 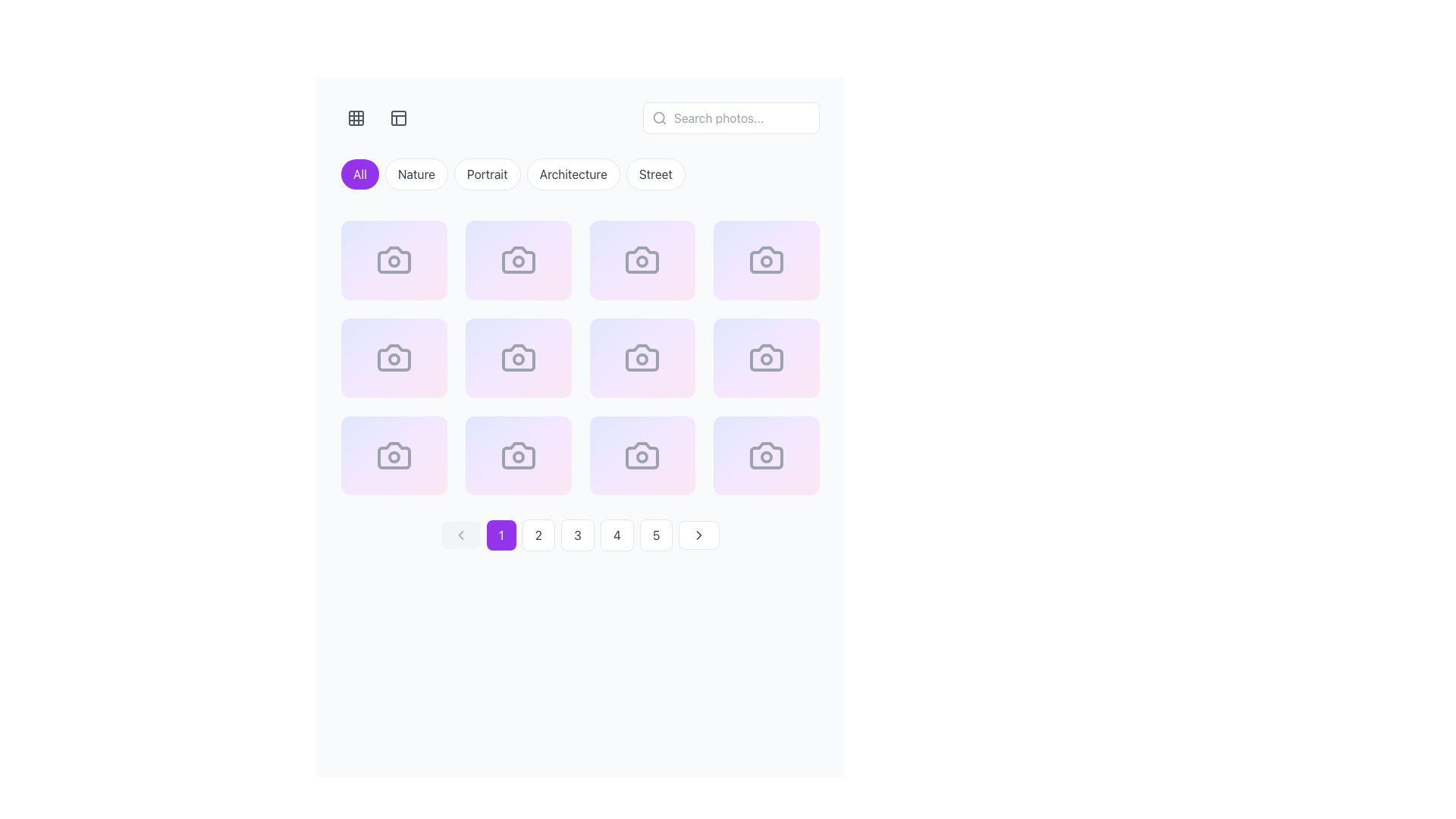 I want to click on the second camera icon in the grid layout, which serves as a decorative placeholder for an image or photo, so click(x=518, y=358).